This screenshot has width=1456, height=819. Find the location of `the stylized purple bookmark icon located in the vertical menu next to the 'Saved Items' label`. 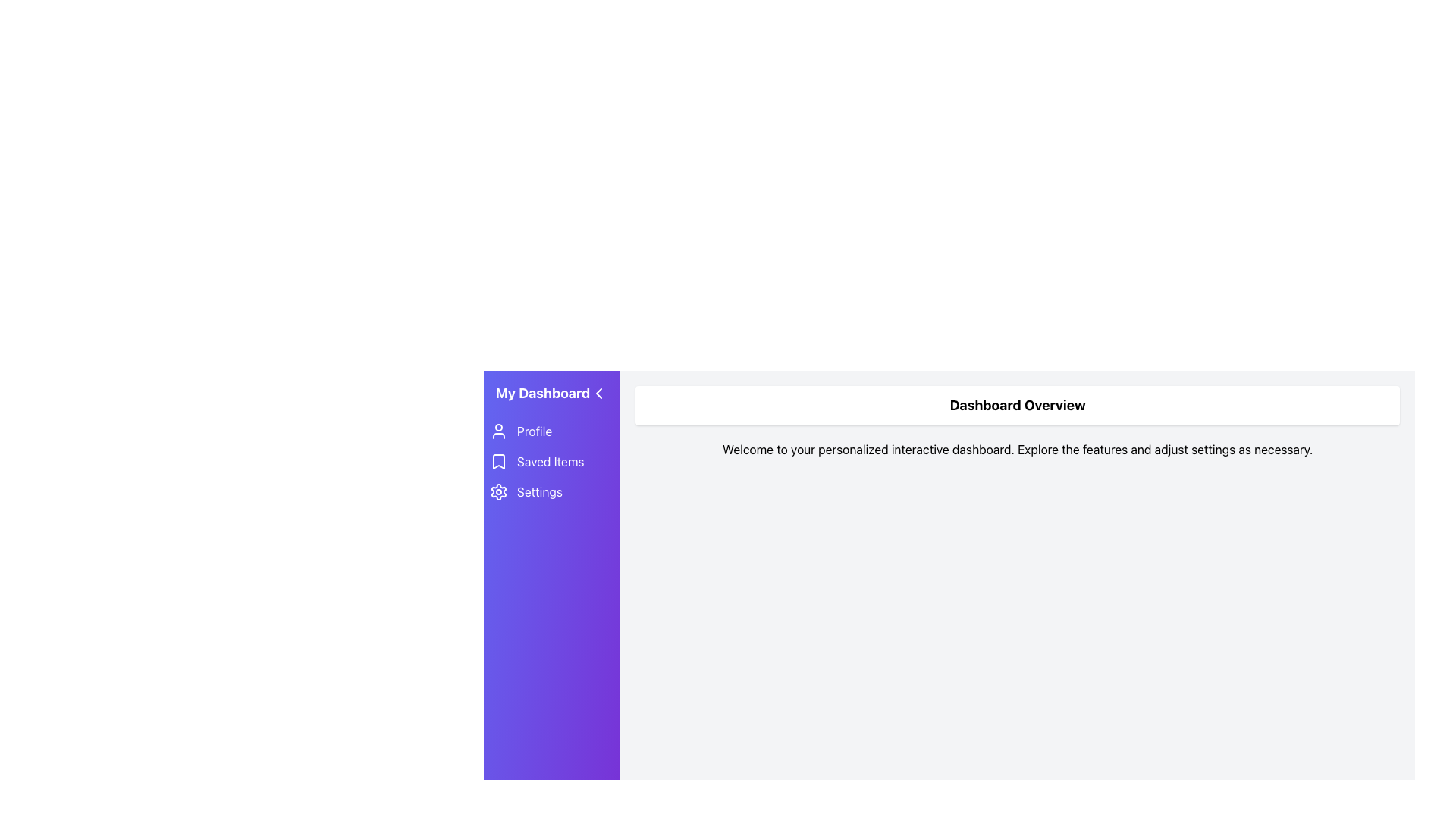

the stylized purple bookmark icon located in the vertical menu next to the 'Saved Items' label is located at coordinates (498, 461).